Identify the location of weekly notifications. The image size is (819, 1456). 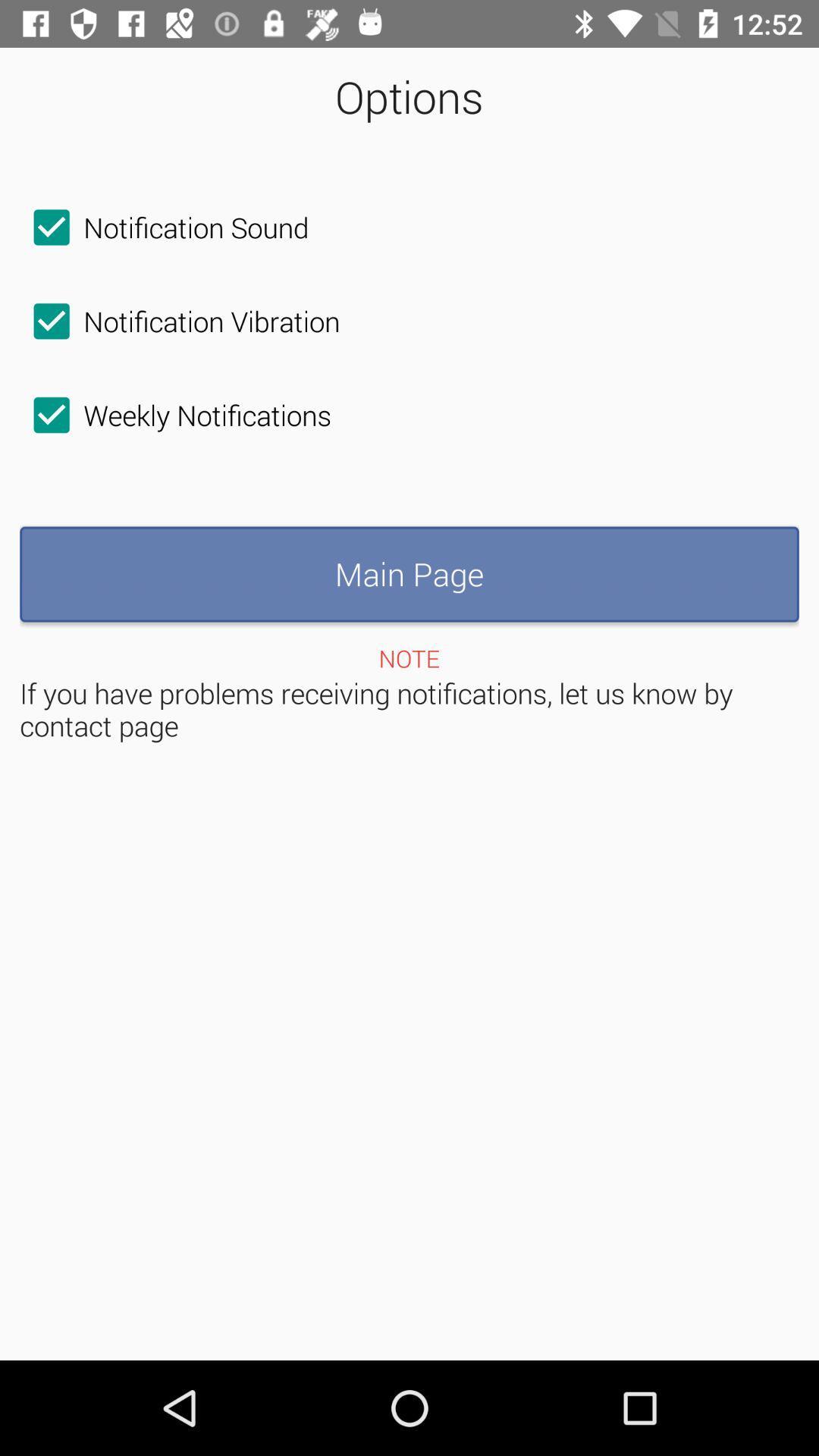
(174, 415).